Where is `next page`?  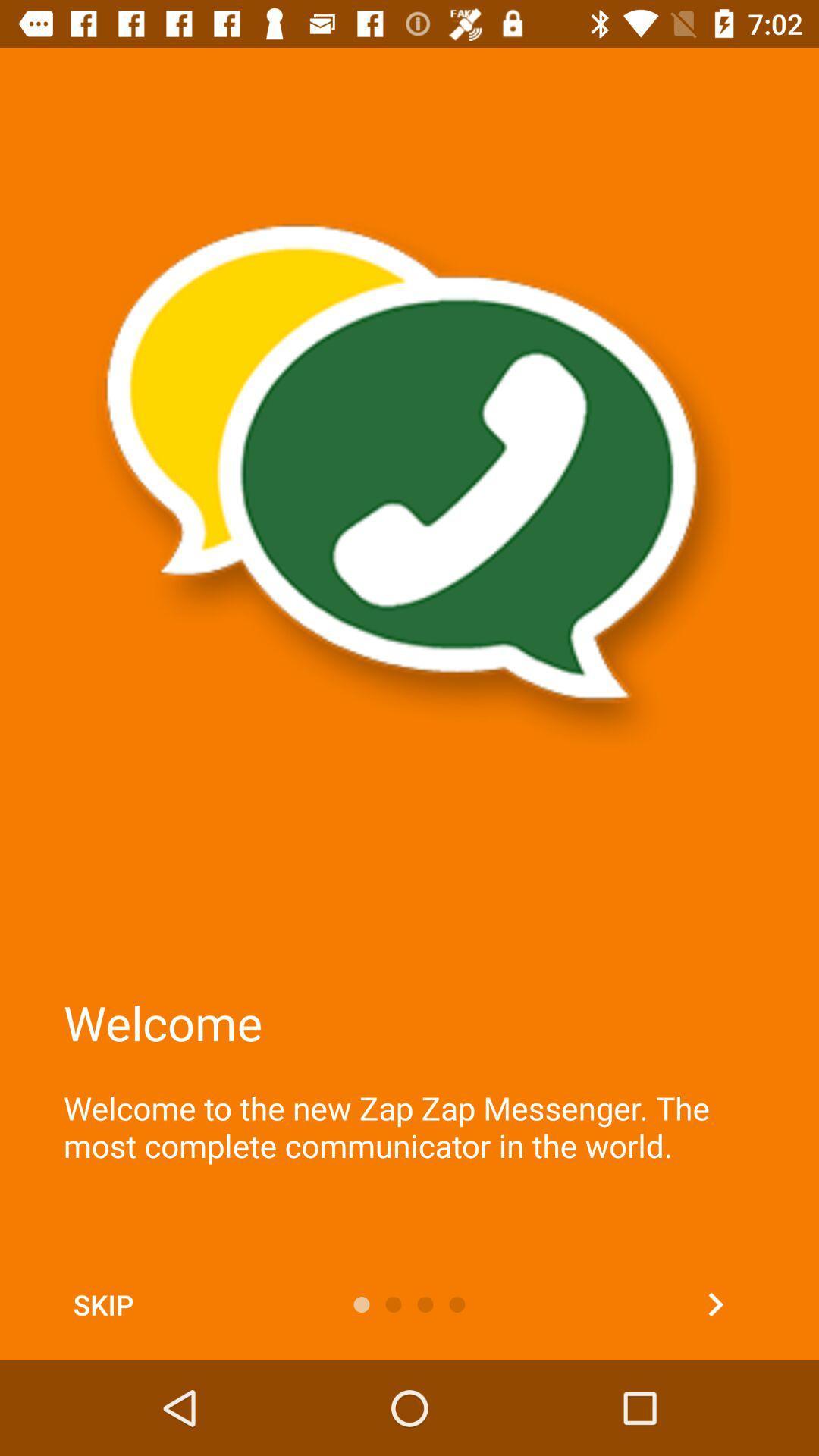 next page is located at coordinates (715, 1304).